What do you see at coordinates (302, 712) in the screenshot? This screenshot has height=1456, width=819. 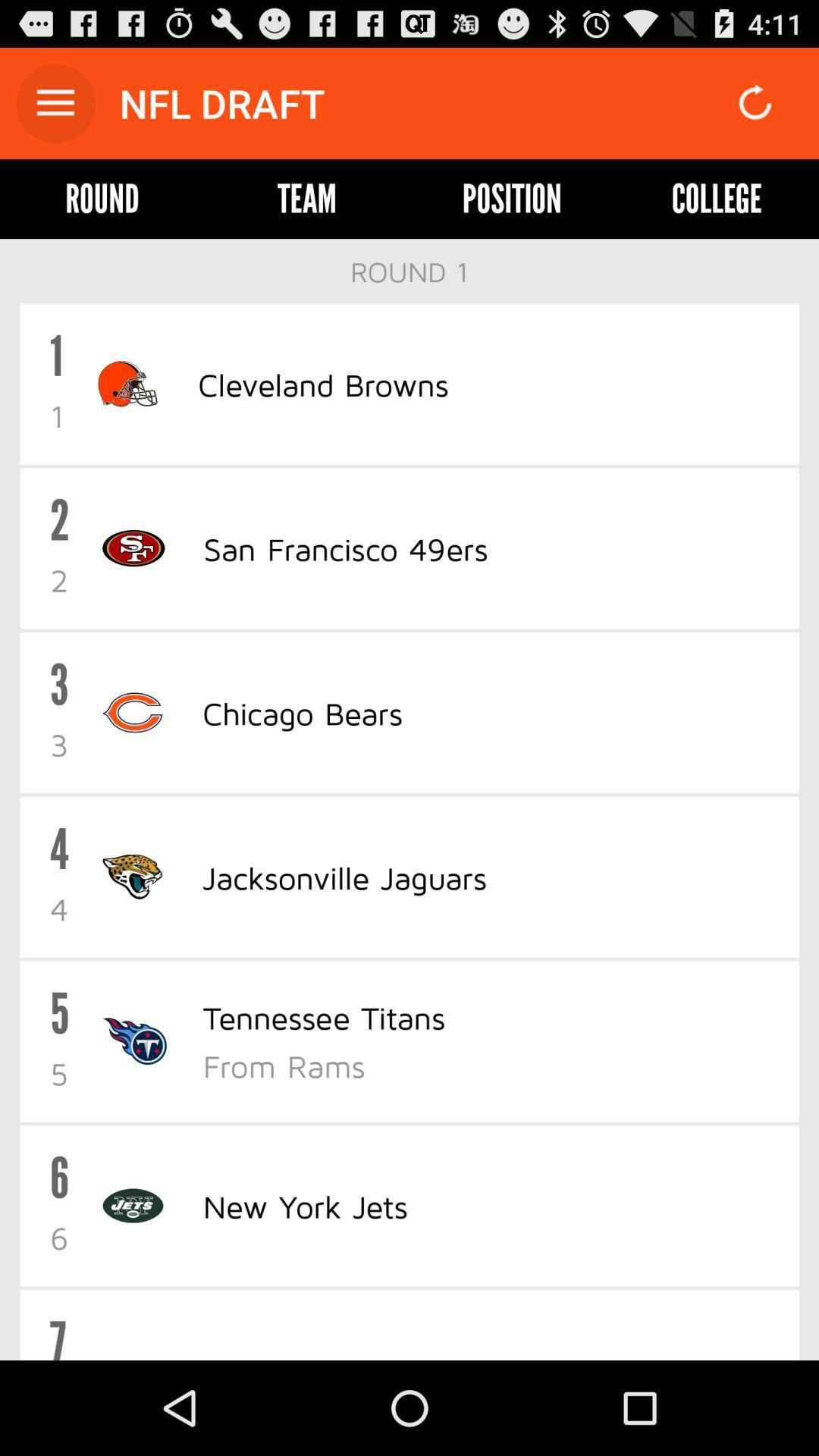 I see `item below san francisco 49ers item` at bounding box center [302, 712].